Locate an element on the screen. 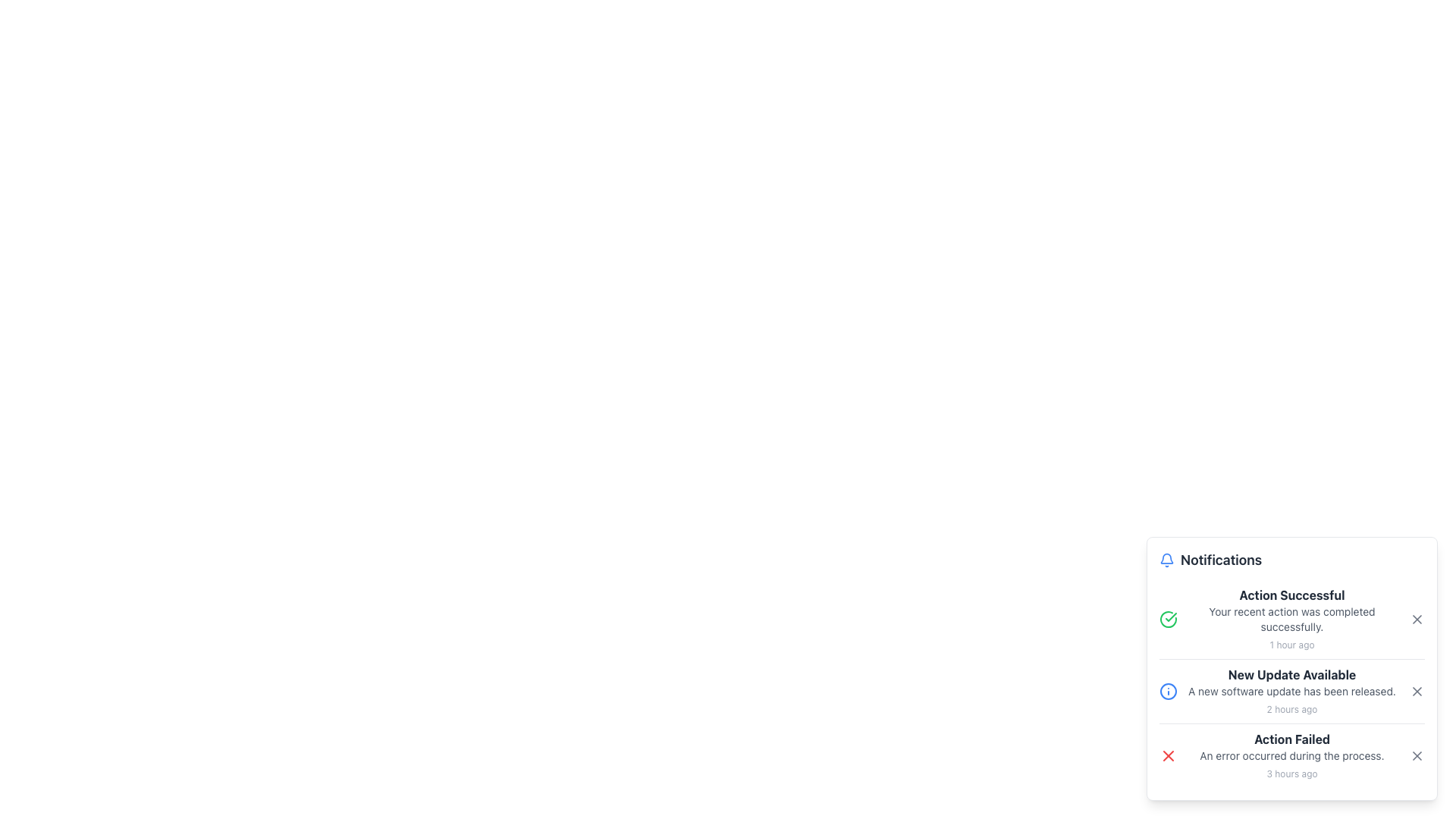 The image size is (1456, 819). the button in the top-right corner of the 'Action Successful' notification is located at coordinates (1416, 620).